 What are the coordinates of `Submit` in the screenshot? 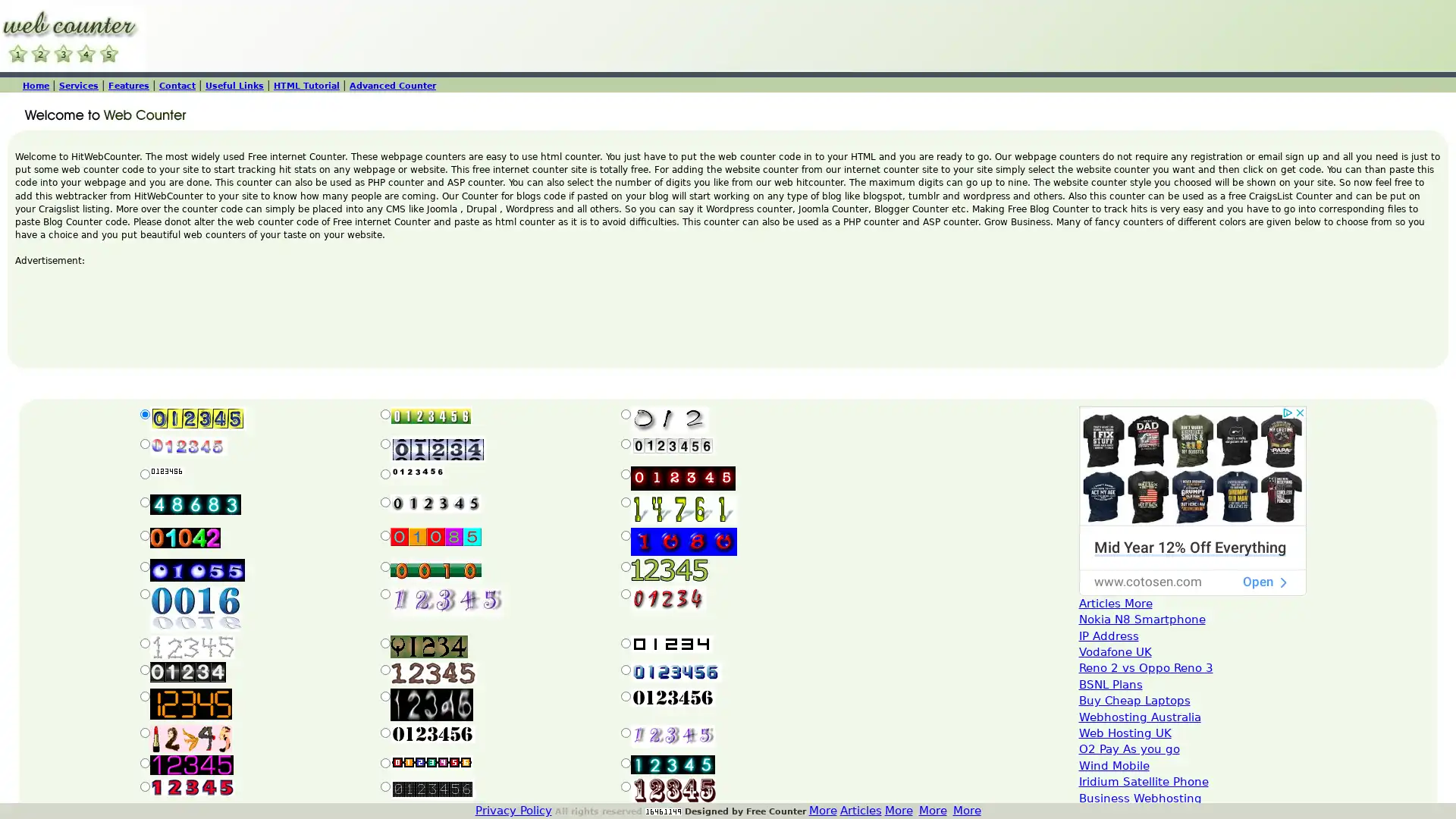 It's located at (431, 733).